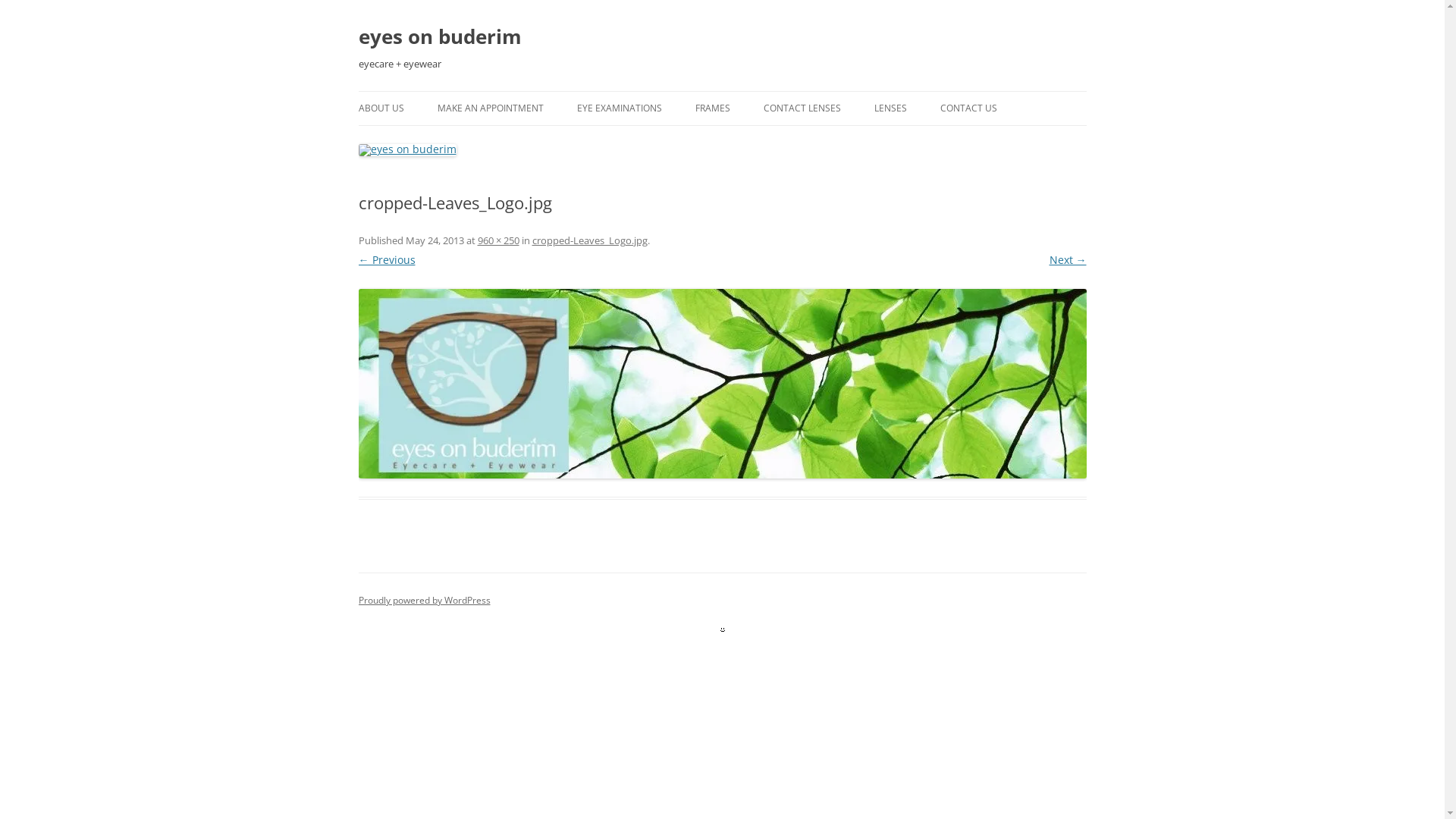 This screenshot has height=819, width=1456. Describe the element at coordinates (800, 107) in the screenshot. I see `'CONTACT LENSES'` at that location.